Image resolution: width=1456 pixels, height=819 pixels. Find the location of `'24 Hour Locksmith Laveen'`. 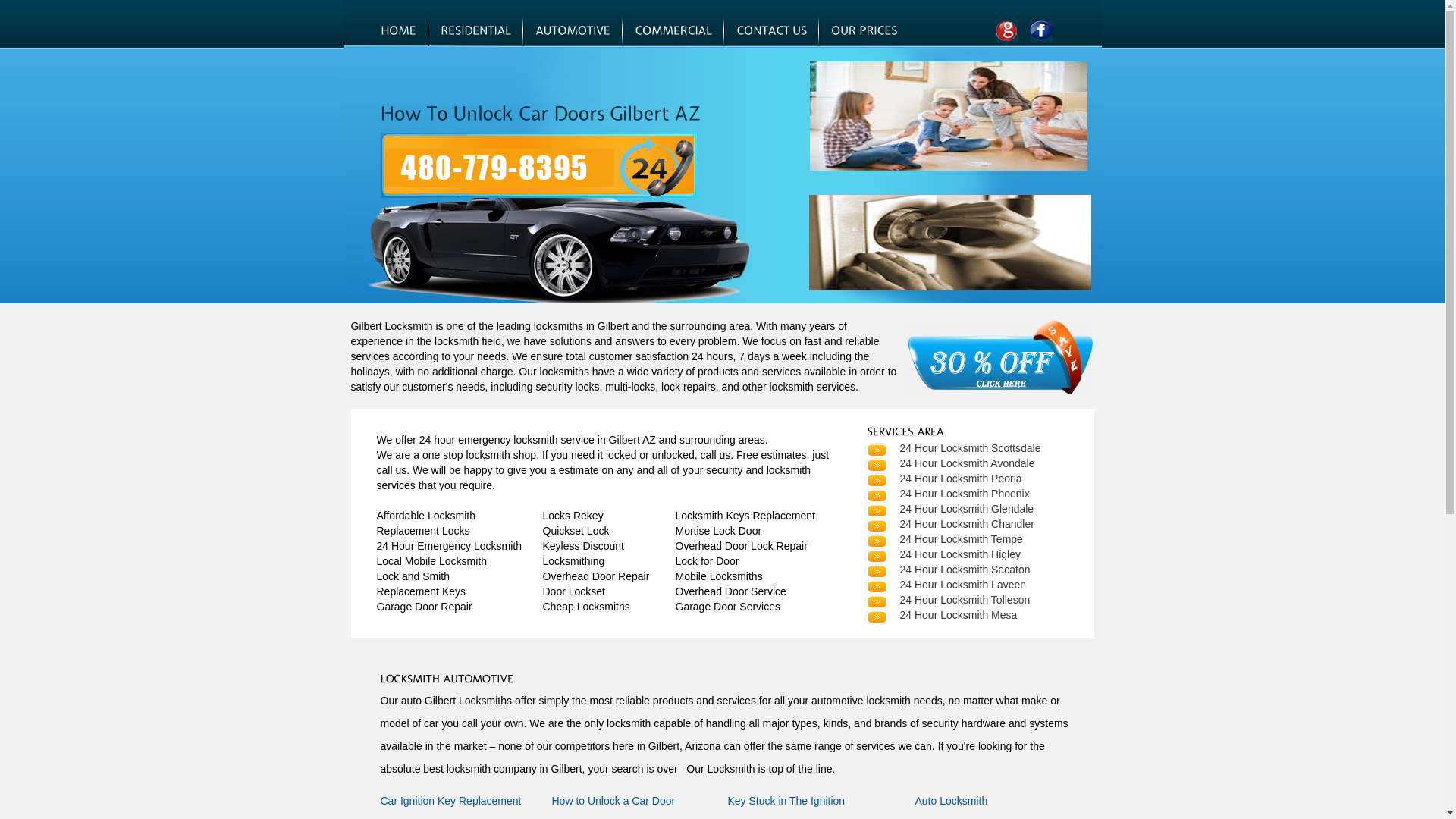

'24 Hour Locksmith Laveen' is located at coordinates (943, 584).